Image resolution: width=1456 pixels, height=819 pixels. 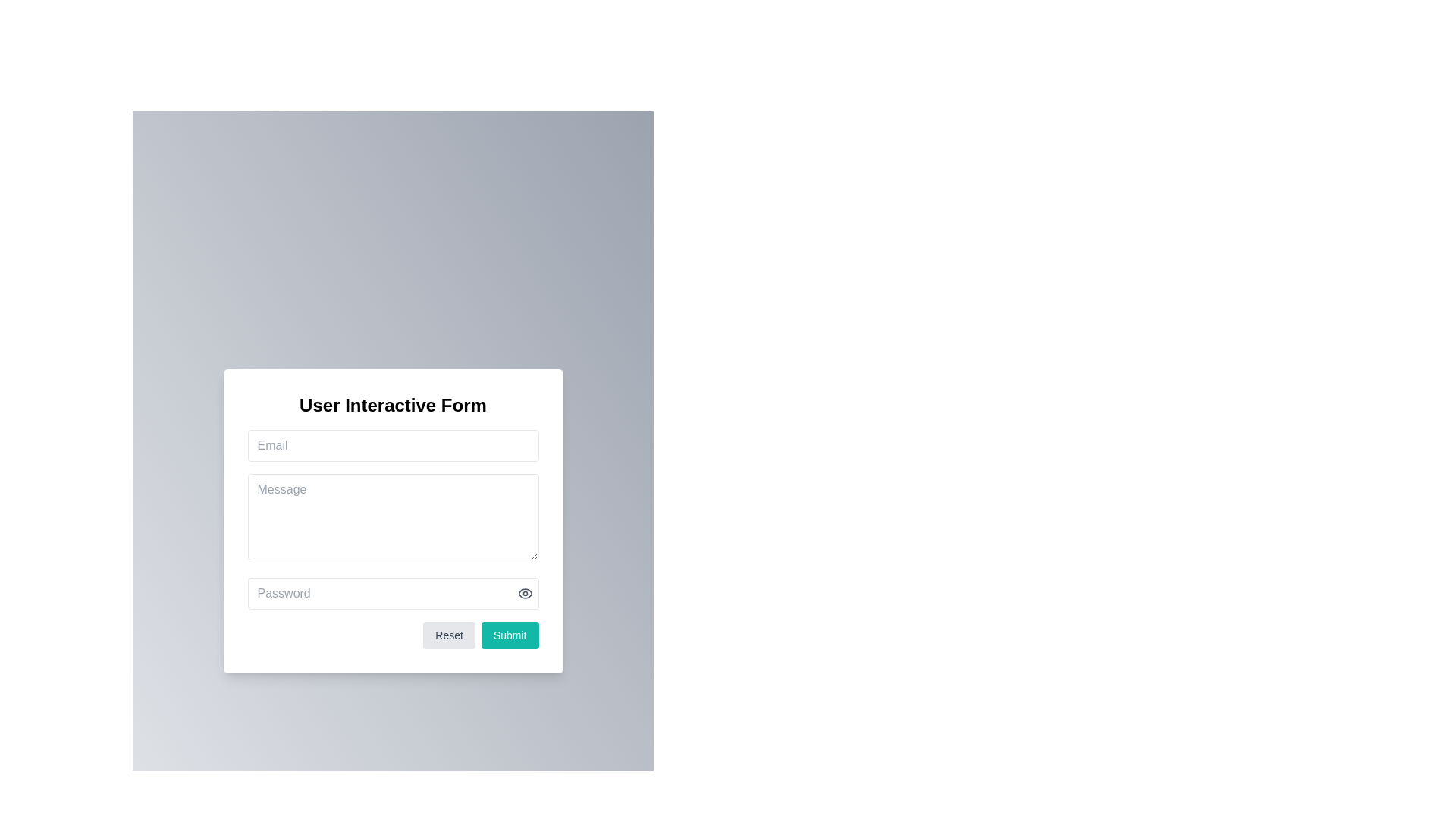 I want to click on the reset button located at the bottom of the 'User Interactive Form', which is the first button from the left in a horizontal alignment of buttons, to observe its hover effect, so click(x=448, y=635).